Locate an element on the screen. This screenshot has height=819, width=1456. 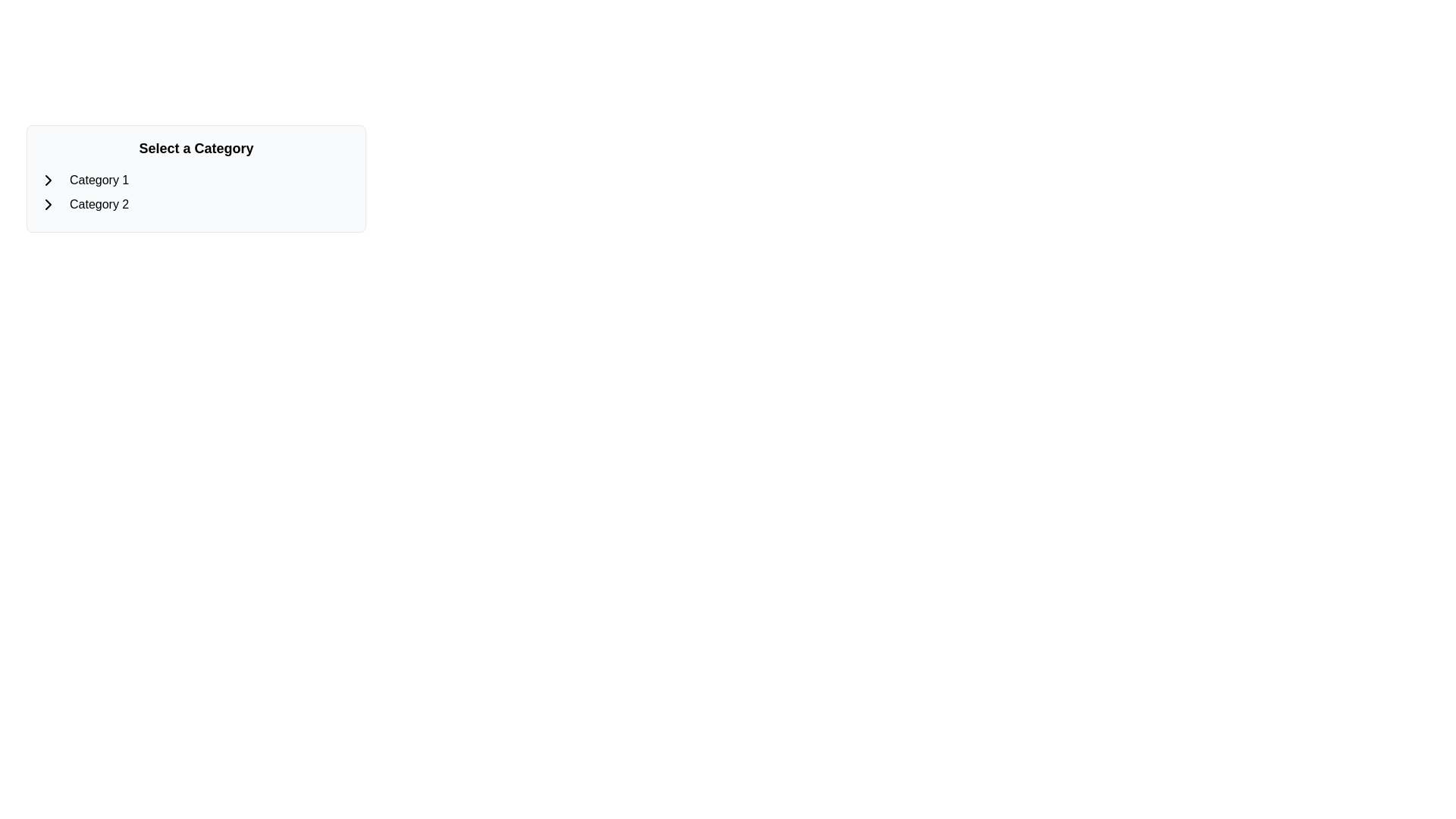
the button located at the far left of the 'Category 2' entry is located at coordinates (48, 205).